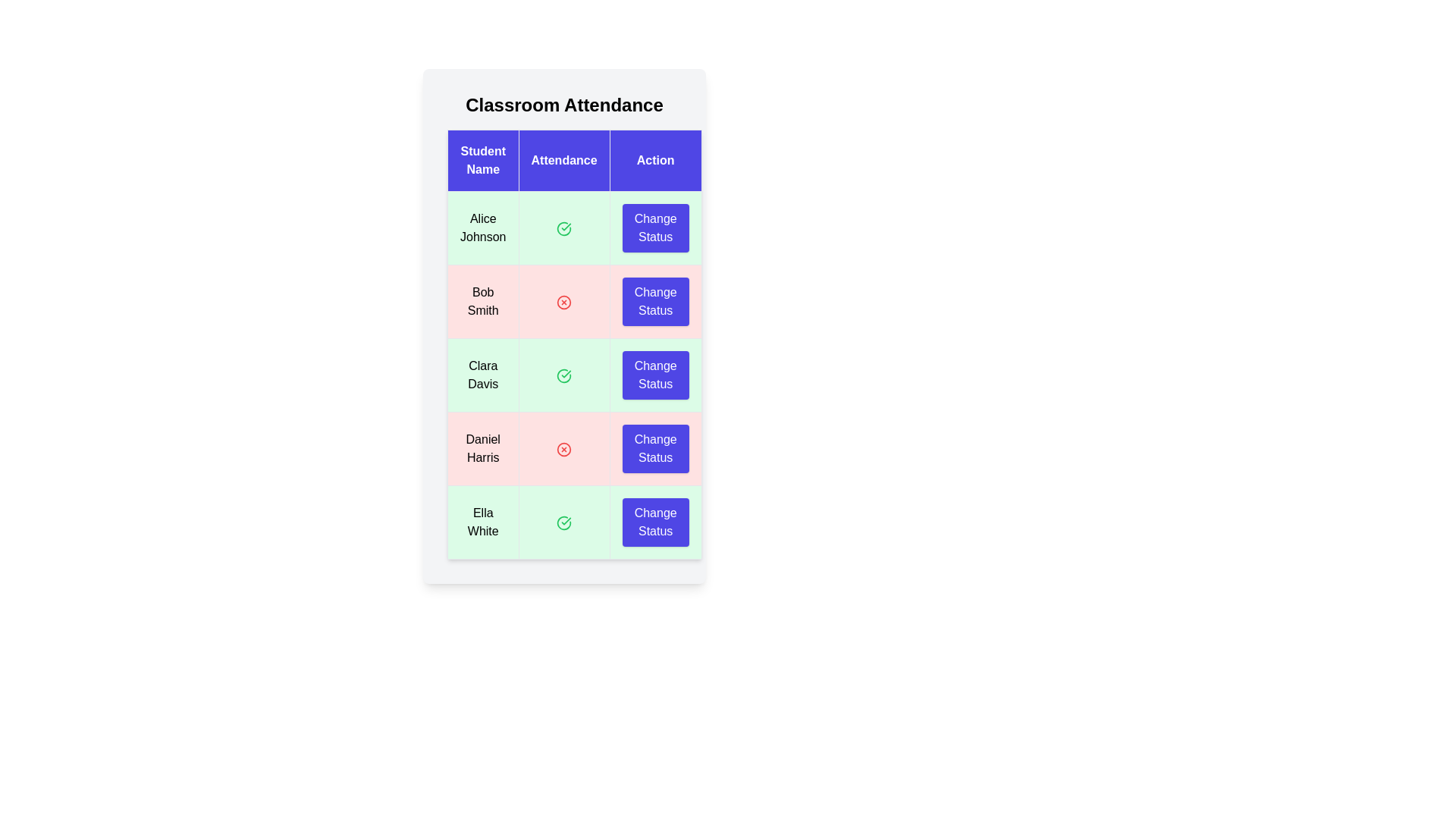 The height and width of the screenshot is (819, 1456). Describe the element at coordinates (655, 375) in the screenshot. I see `'Change Status' button for the student Clara Davis` at that location.